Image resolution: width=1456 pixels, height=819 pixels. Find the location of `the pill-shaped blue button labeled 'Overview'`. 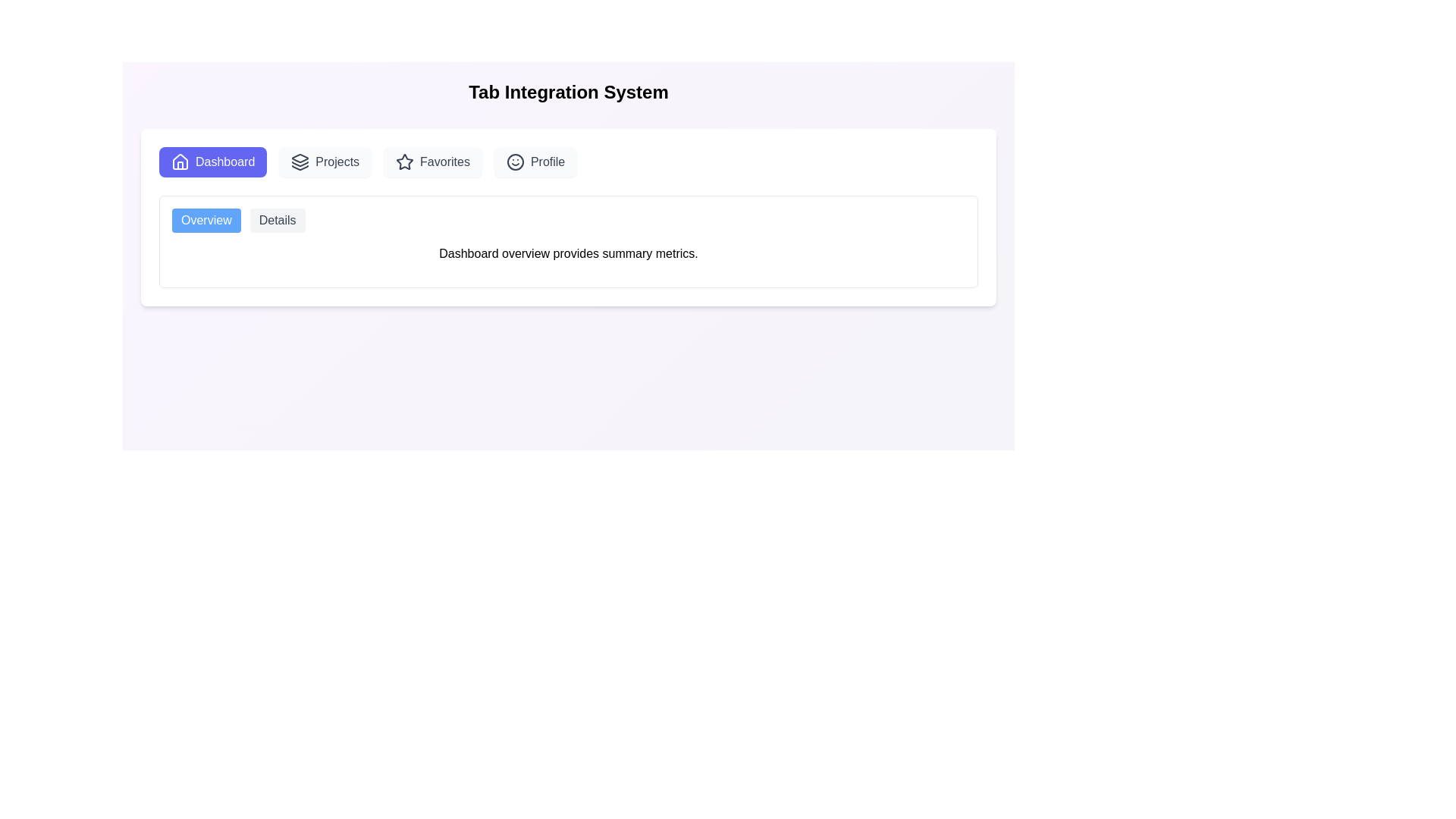

the pill-shaped blue button labeled 'Overview' is located at coordinates (206, 220).